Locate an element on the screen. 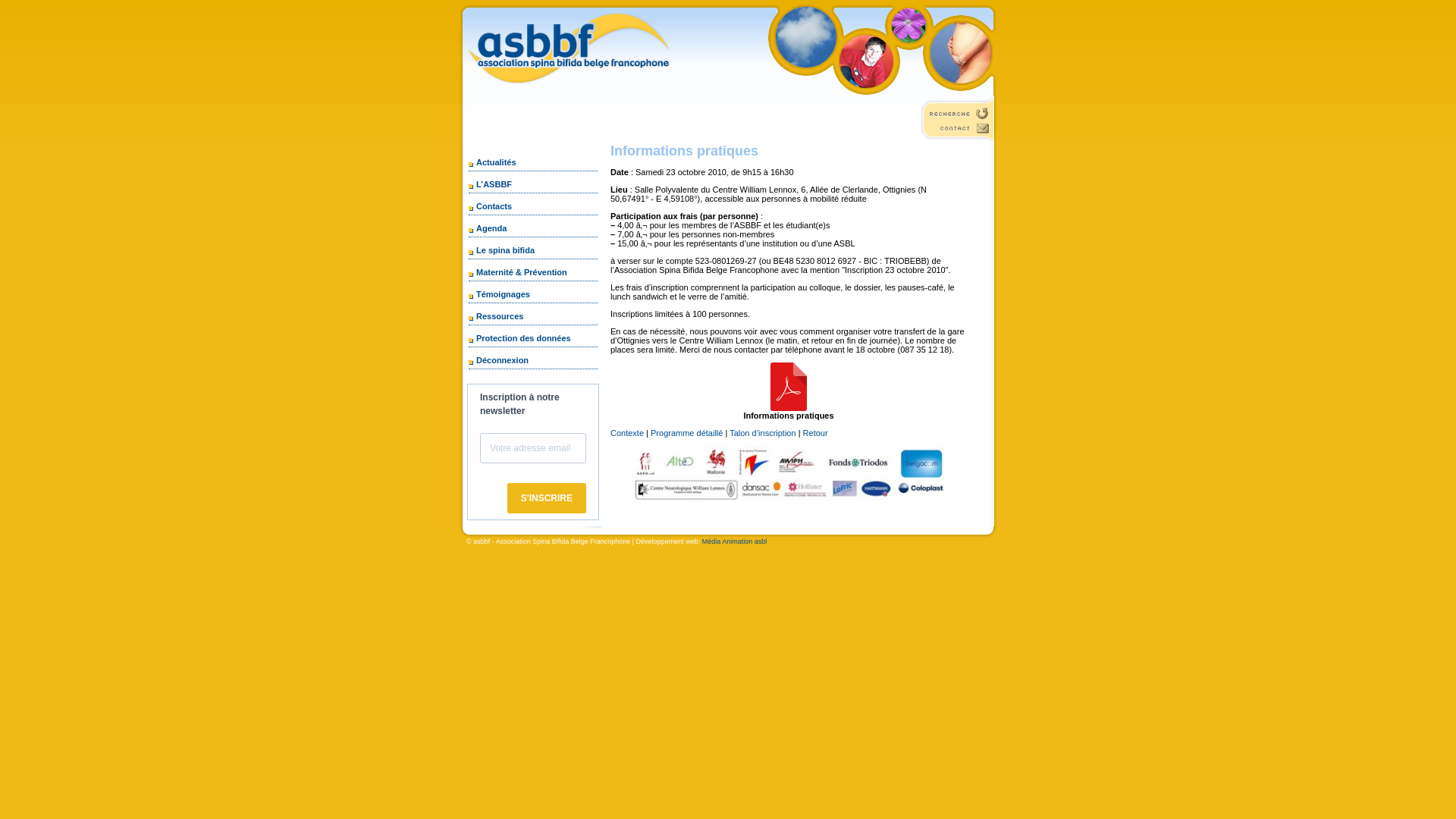 The width and height of the screenshot is (1456, 819). 'Contacts' is located at coordinates (491, 206).